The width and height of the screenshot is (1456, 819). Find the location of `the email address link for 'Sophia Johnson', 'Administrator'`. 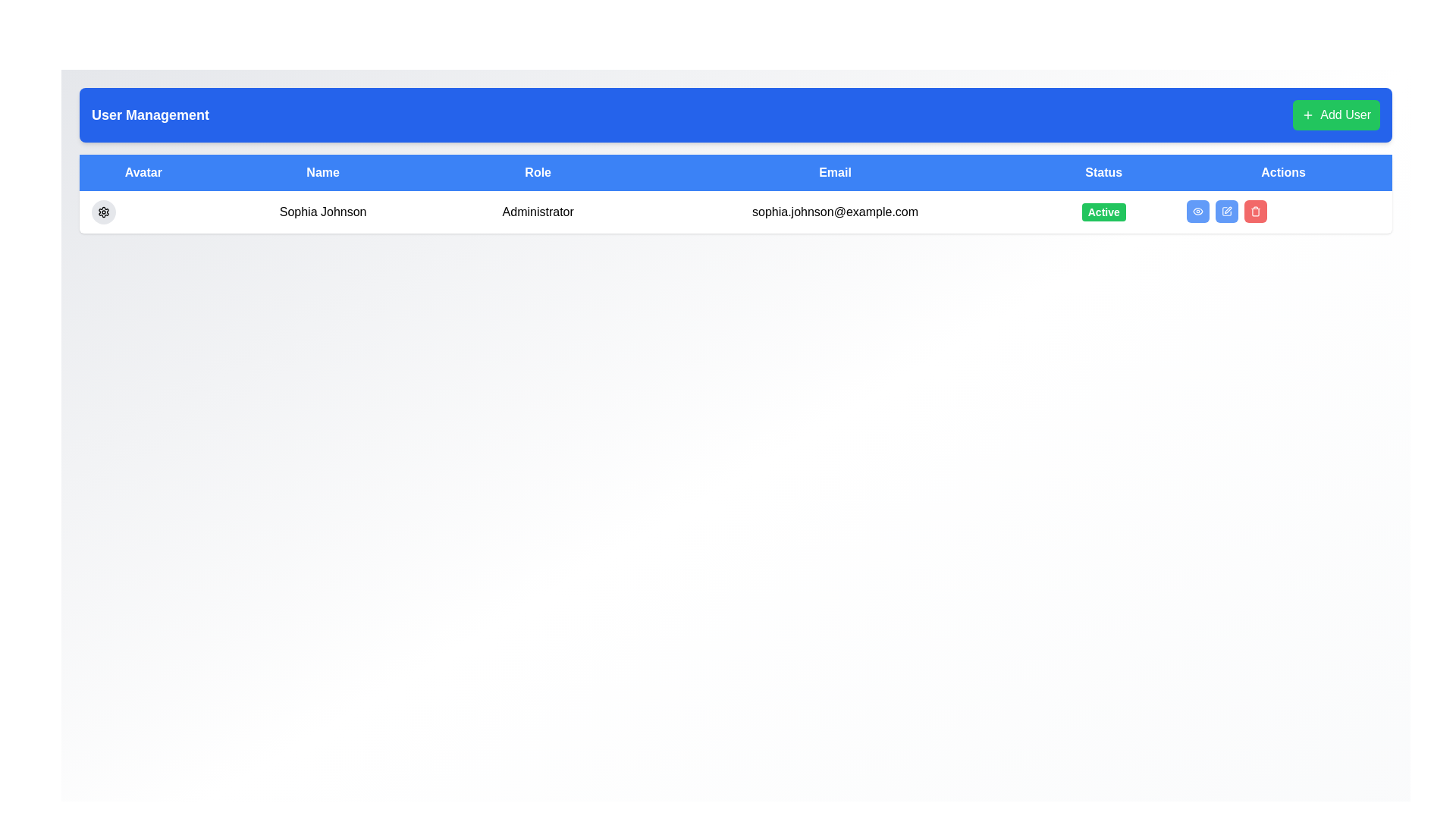

the email address link for 'Sophia Johnson', 'Administrator' is located at coordinates (834, 212).